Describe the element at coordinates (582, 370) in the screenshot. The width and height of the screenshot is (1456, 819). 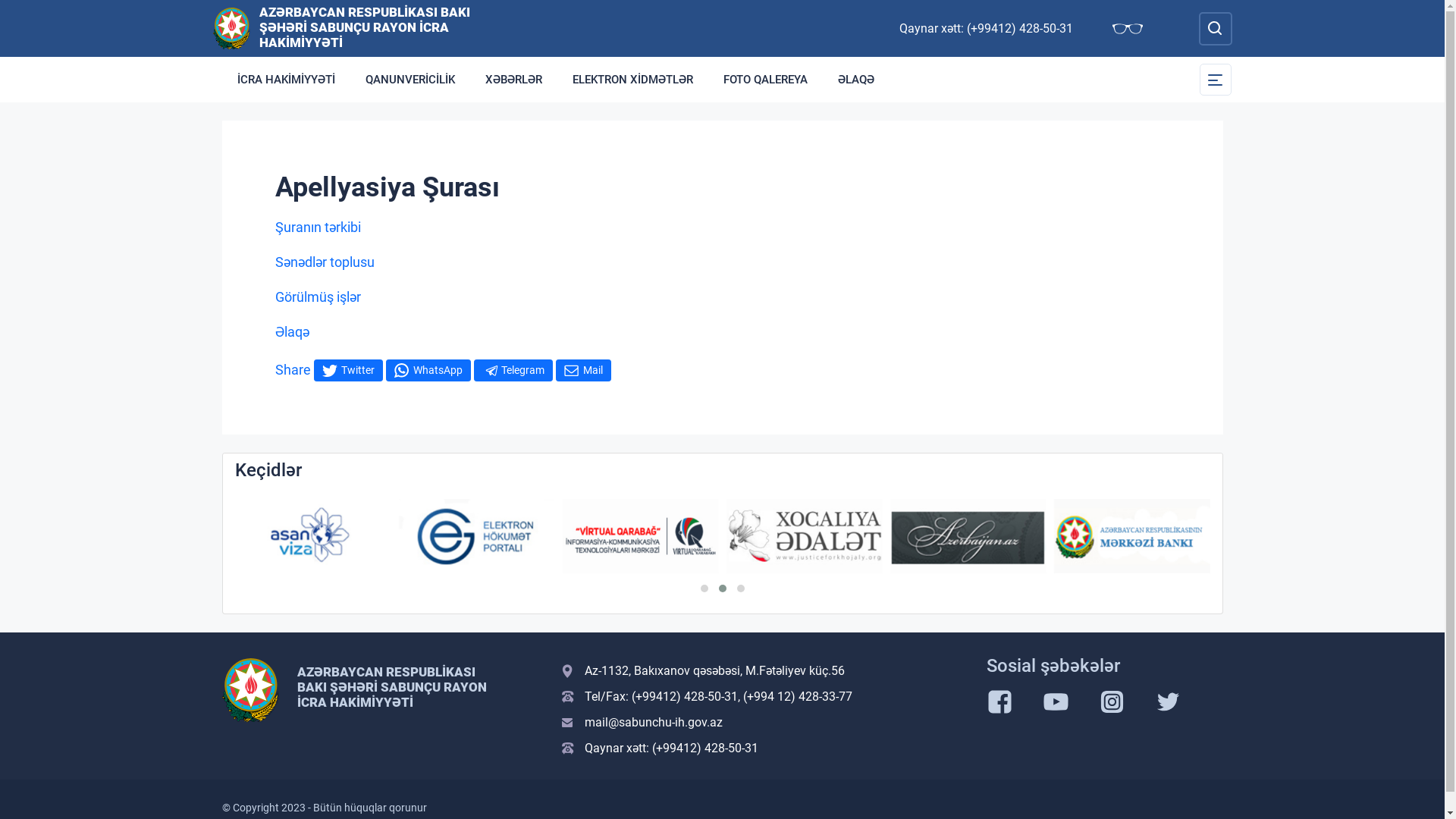
I see `'Mail'` at that location.